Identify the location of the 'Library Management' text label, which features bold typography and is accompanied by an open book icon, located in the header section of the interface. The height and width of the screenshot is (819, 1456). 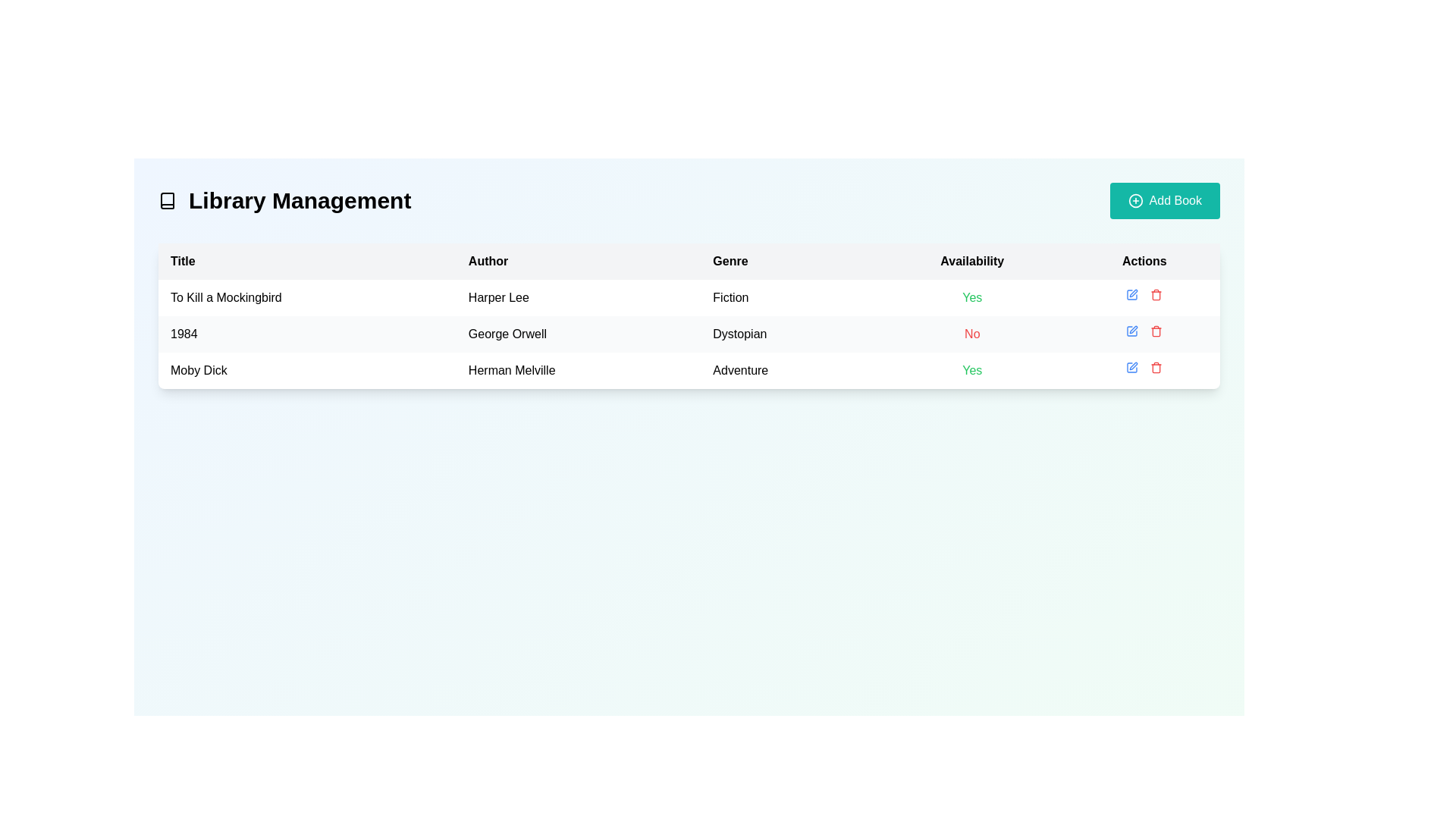
(284, 200).